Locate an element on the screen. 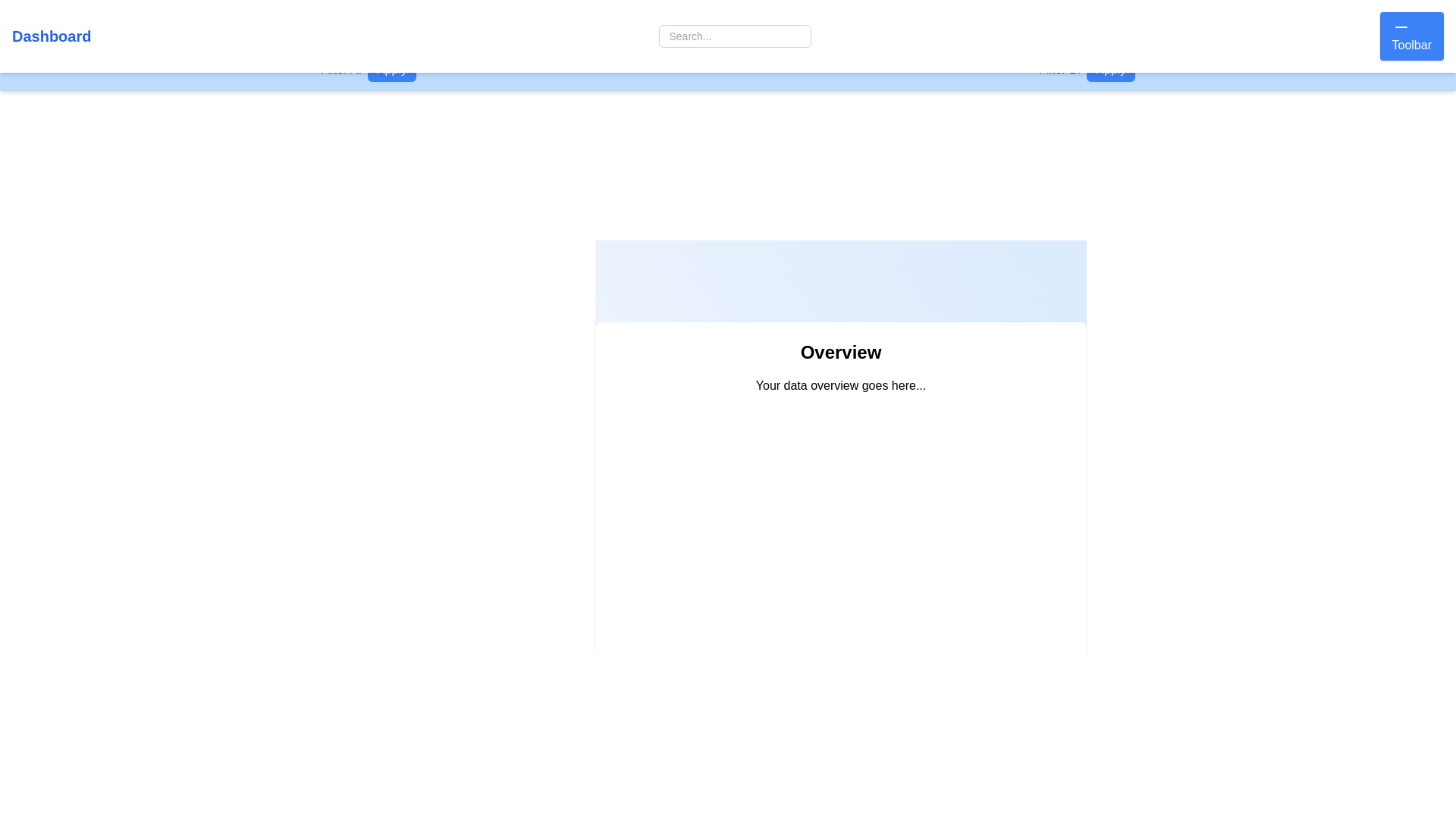 The width and height of the screenshot is (1456, 819). the button with a blue background and white text that reads 'Apply', located to the right of the label 'Filter A:' is located at coordinates (391, 70).